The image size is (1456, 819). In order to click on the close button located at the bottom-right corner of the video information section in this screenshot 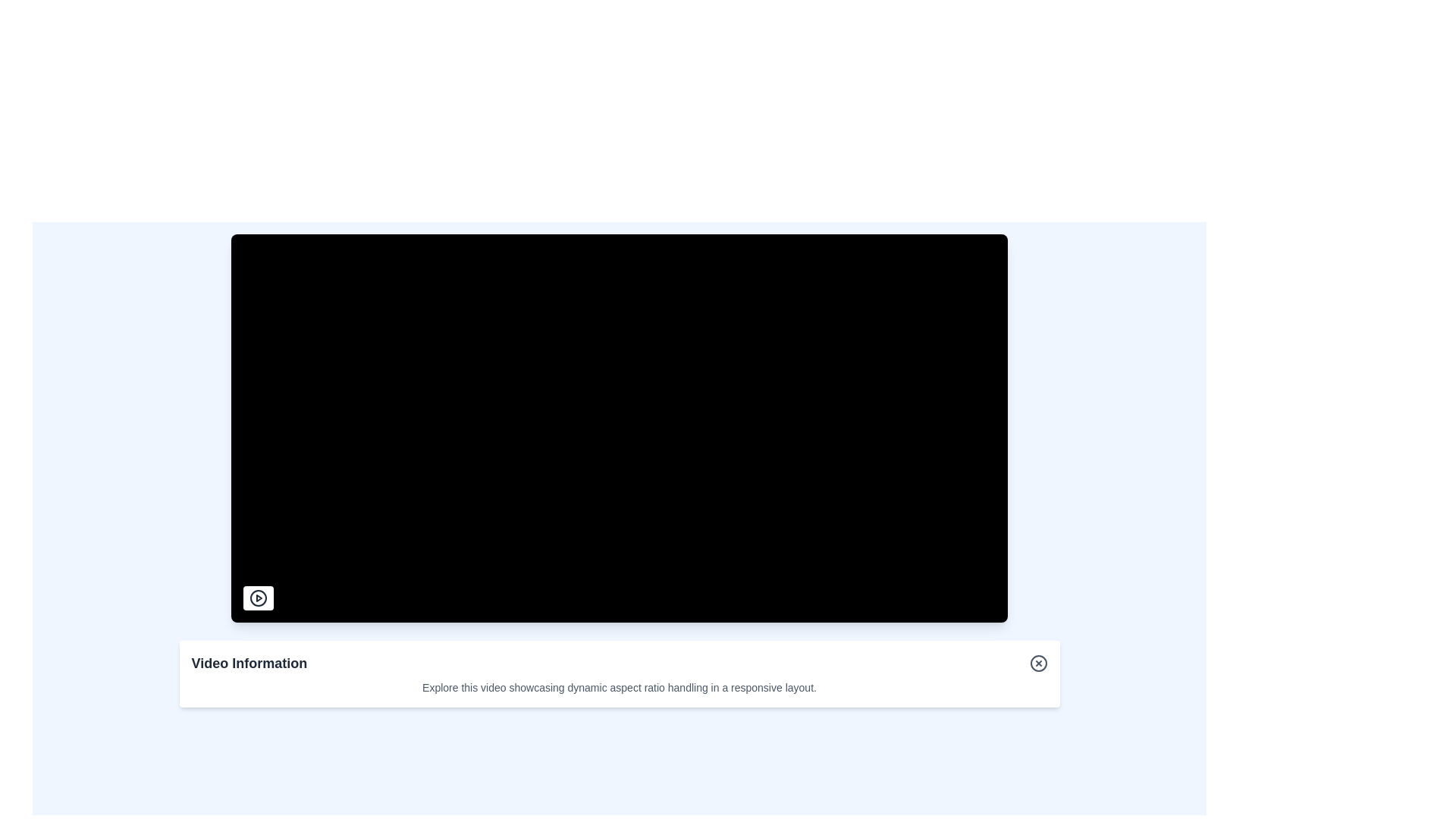, I will do `click(1037, 663)`.